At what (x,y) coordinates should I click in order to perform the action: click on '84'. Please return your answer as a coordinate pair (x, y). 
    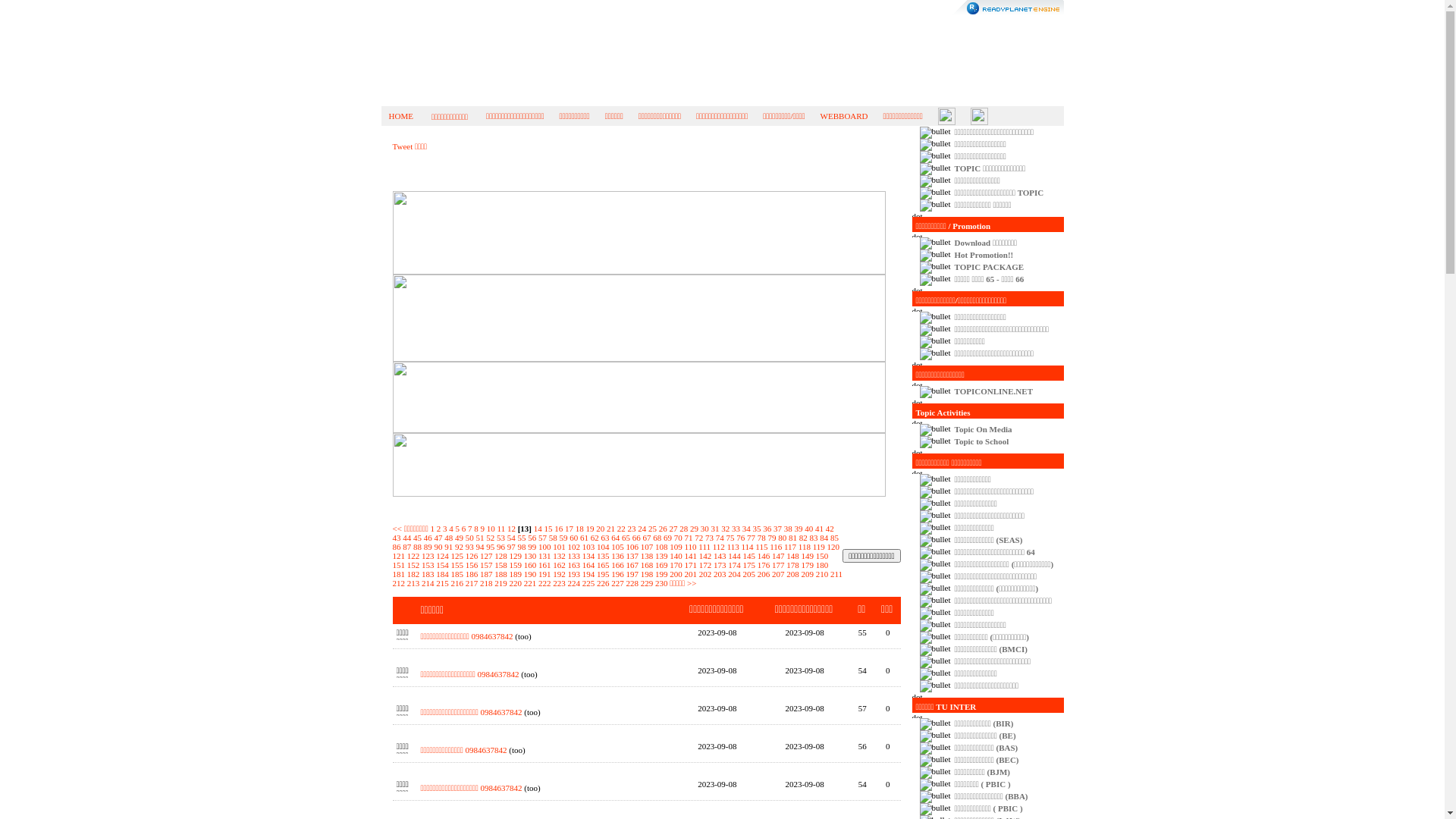
    Looking at the image, I should click on (818, 537).